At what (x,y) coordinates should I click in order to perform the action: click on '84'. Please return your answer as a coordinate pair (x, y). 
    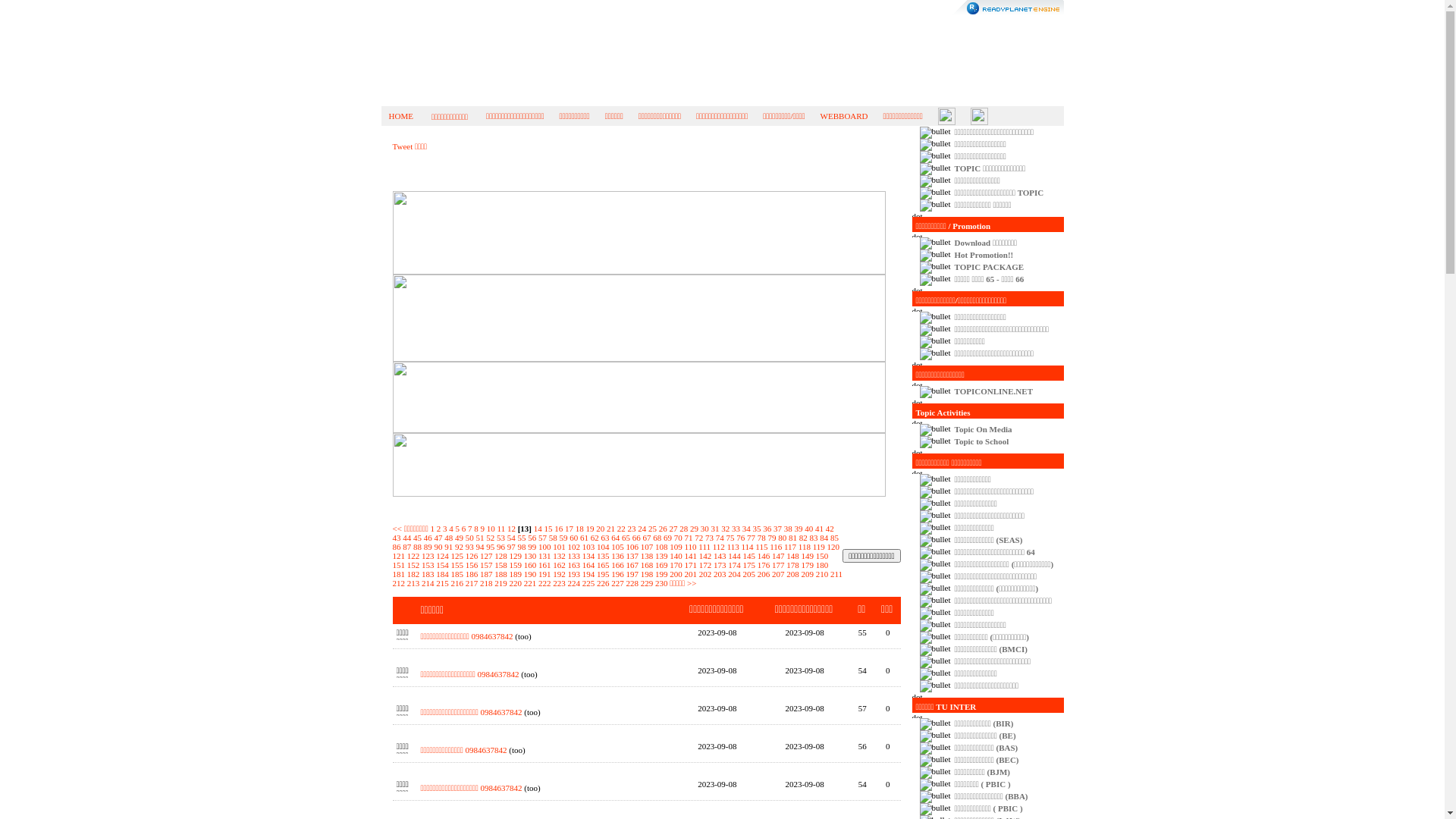
    Looking at the image, I should click on (818, 537).